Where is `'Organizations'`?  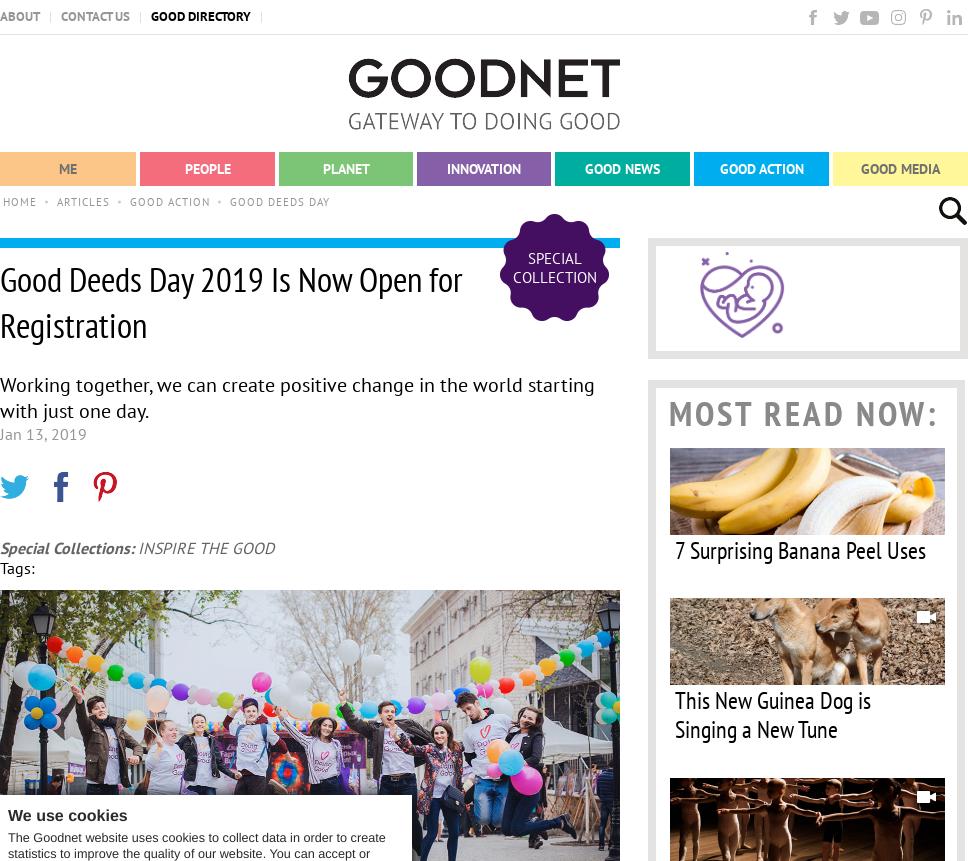 'Organizations' is located at coordinates (759, 205).